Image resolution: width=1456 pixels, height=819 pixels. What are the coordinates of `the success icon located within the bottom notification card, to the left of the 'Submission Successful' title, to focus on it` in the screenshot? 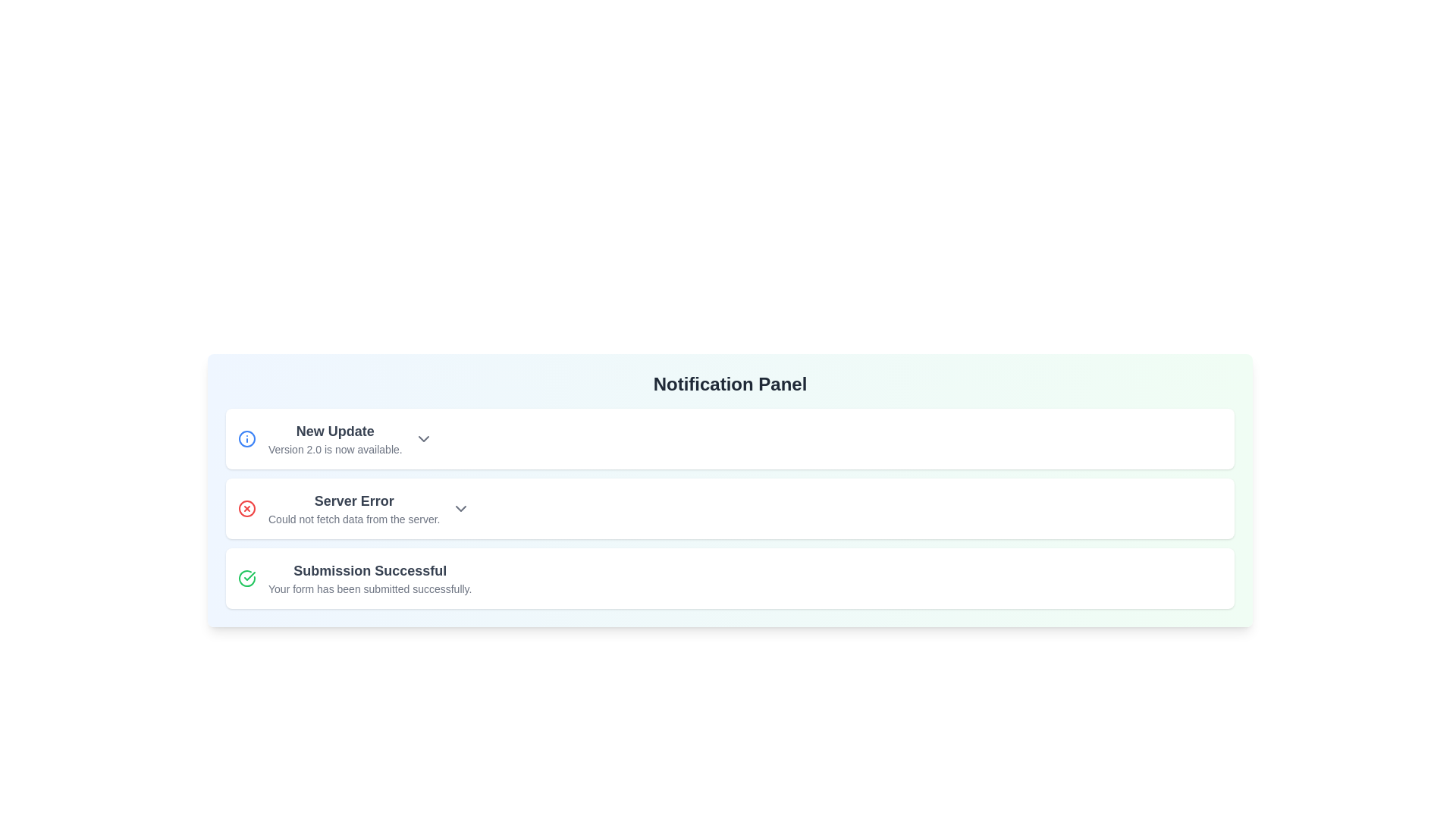 It's located at (247, 579).